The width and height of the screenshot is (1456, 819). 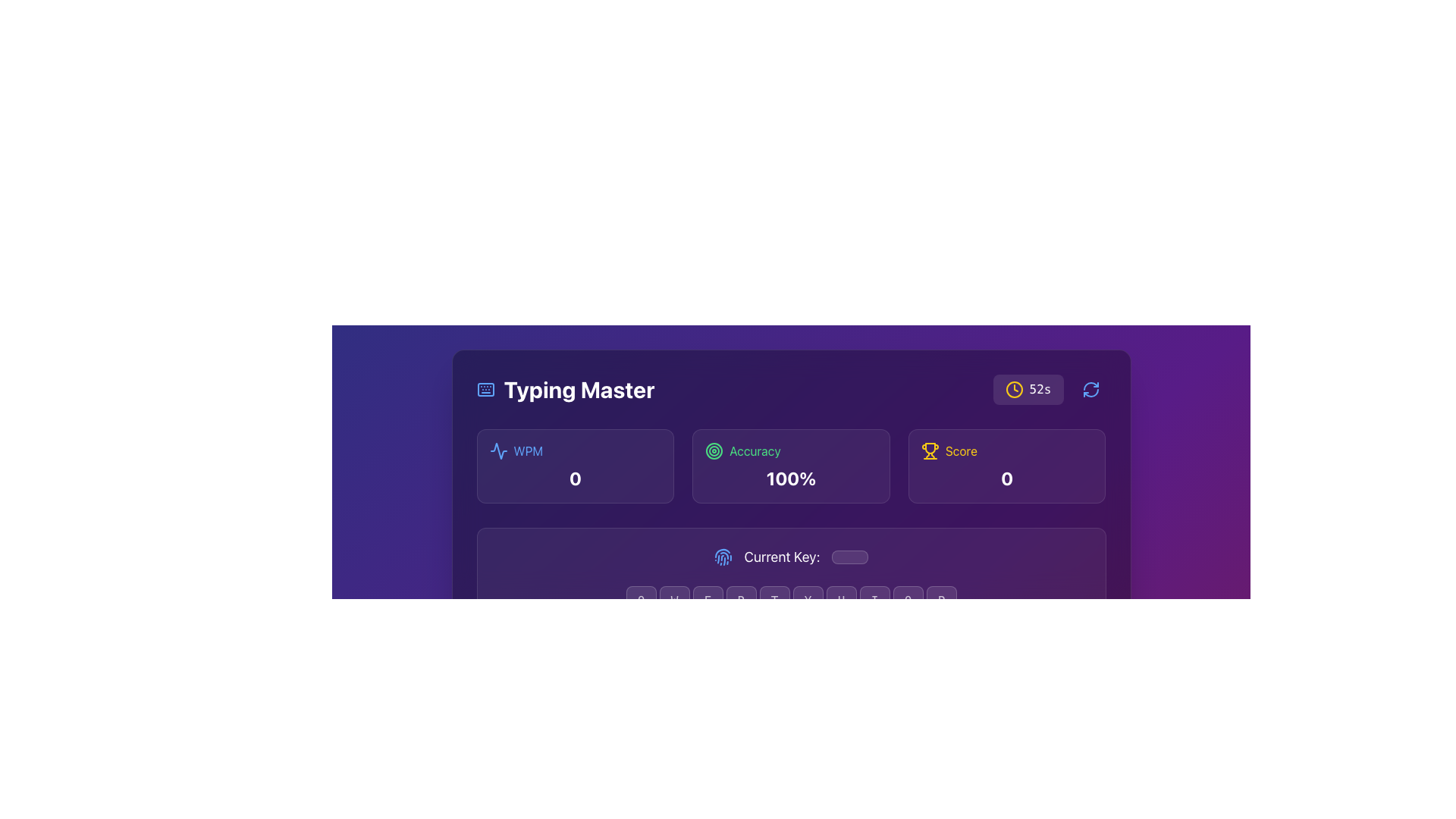 I want to click on the middle SVG Circle element in the circular target design, which is visually nested within two other concentric circles, so click(x=714, y=450).